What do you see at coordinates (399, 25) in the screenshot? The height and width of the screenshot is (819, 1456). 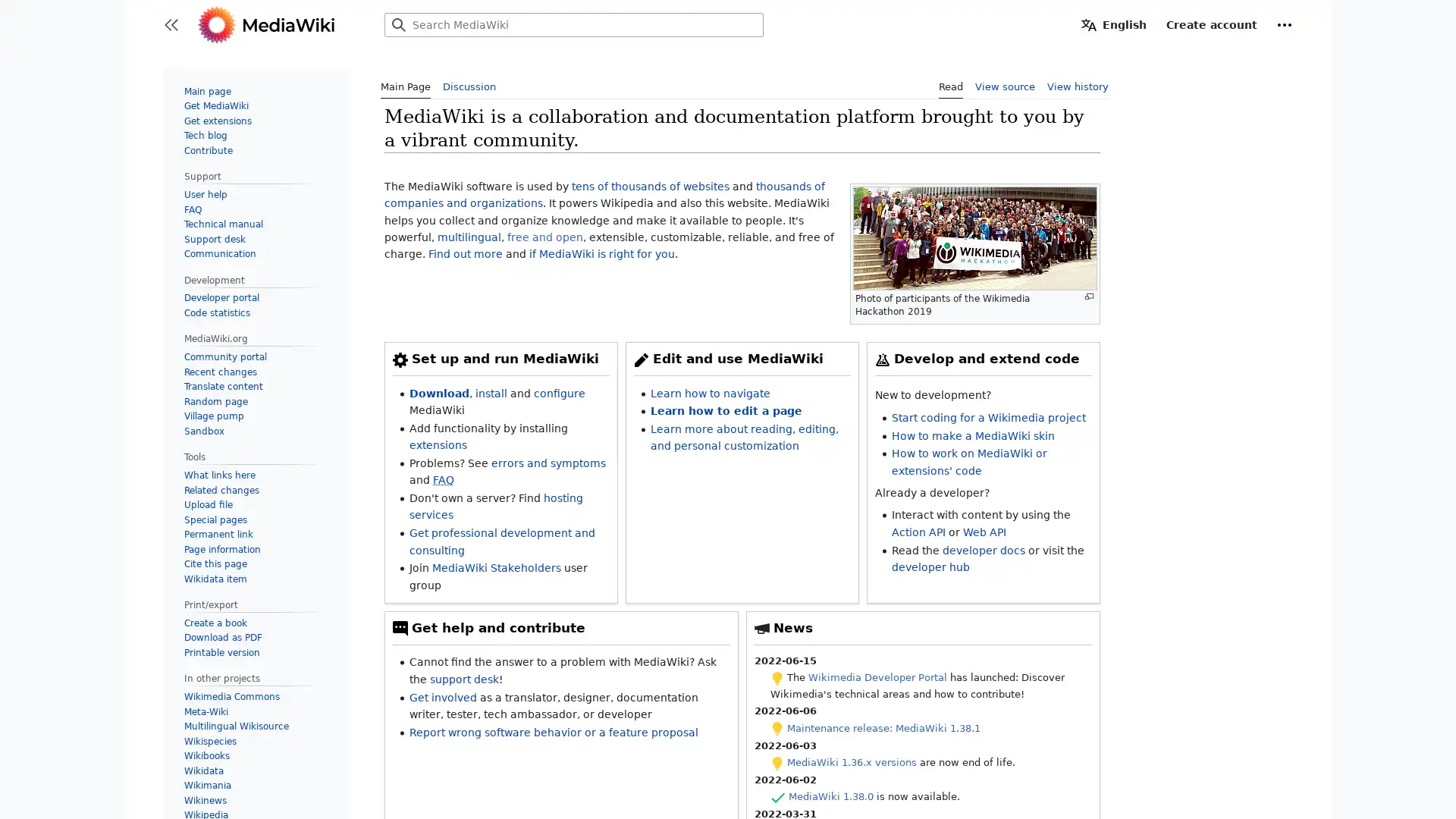 I see `Search` at bounding box center [399, 25].